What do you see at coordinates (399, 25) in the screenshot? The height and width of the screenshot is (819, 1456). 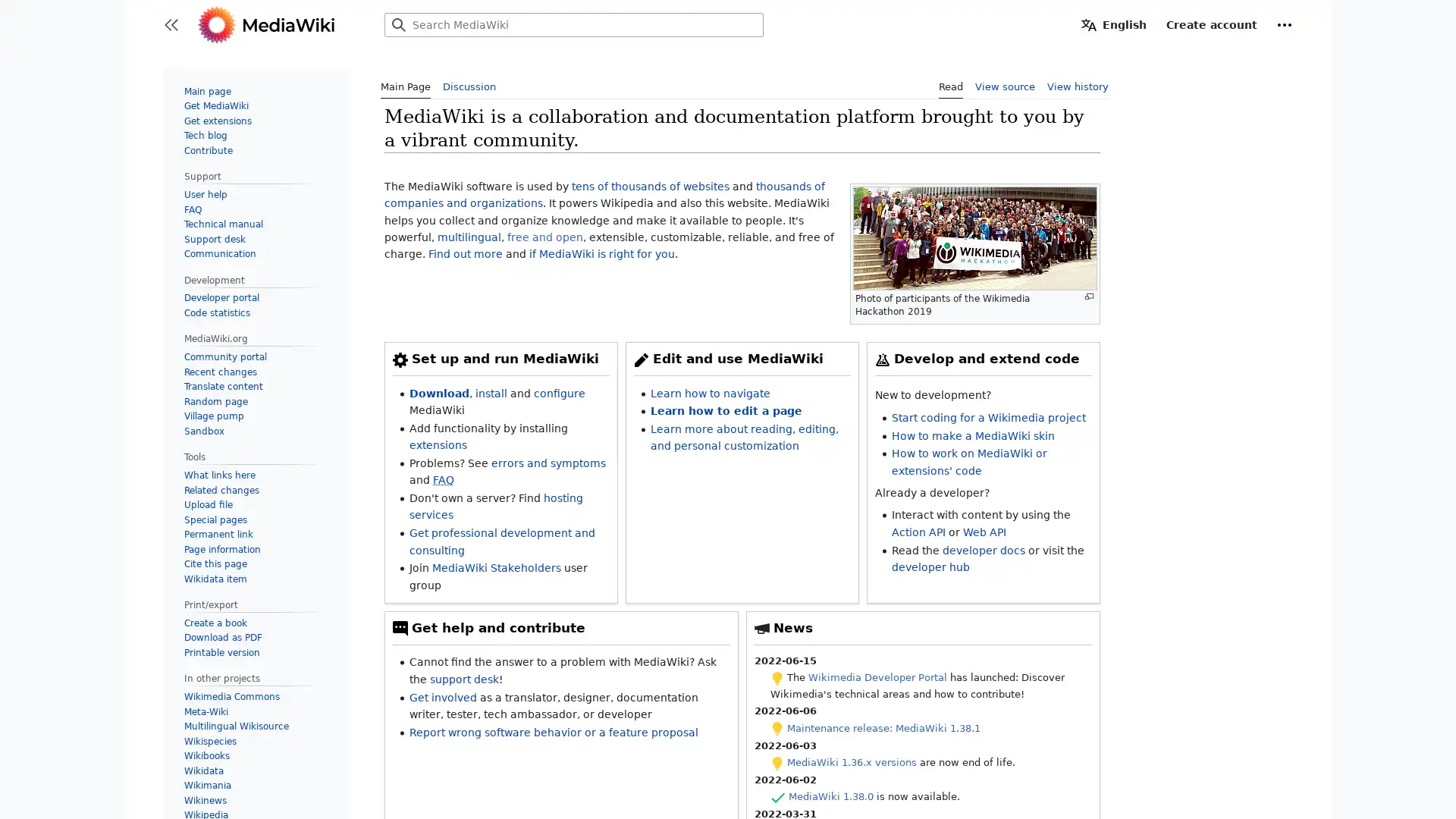 I see `Search` at bounding box center [399, 25].